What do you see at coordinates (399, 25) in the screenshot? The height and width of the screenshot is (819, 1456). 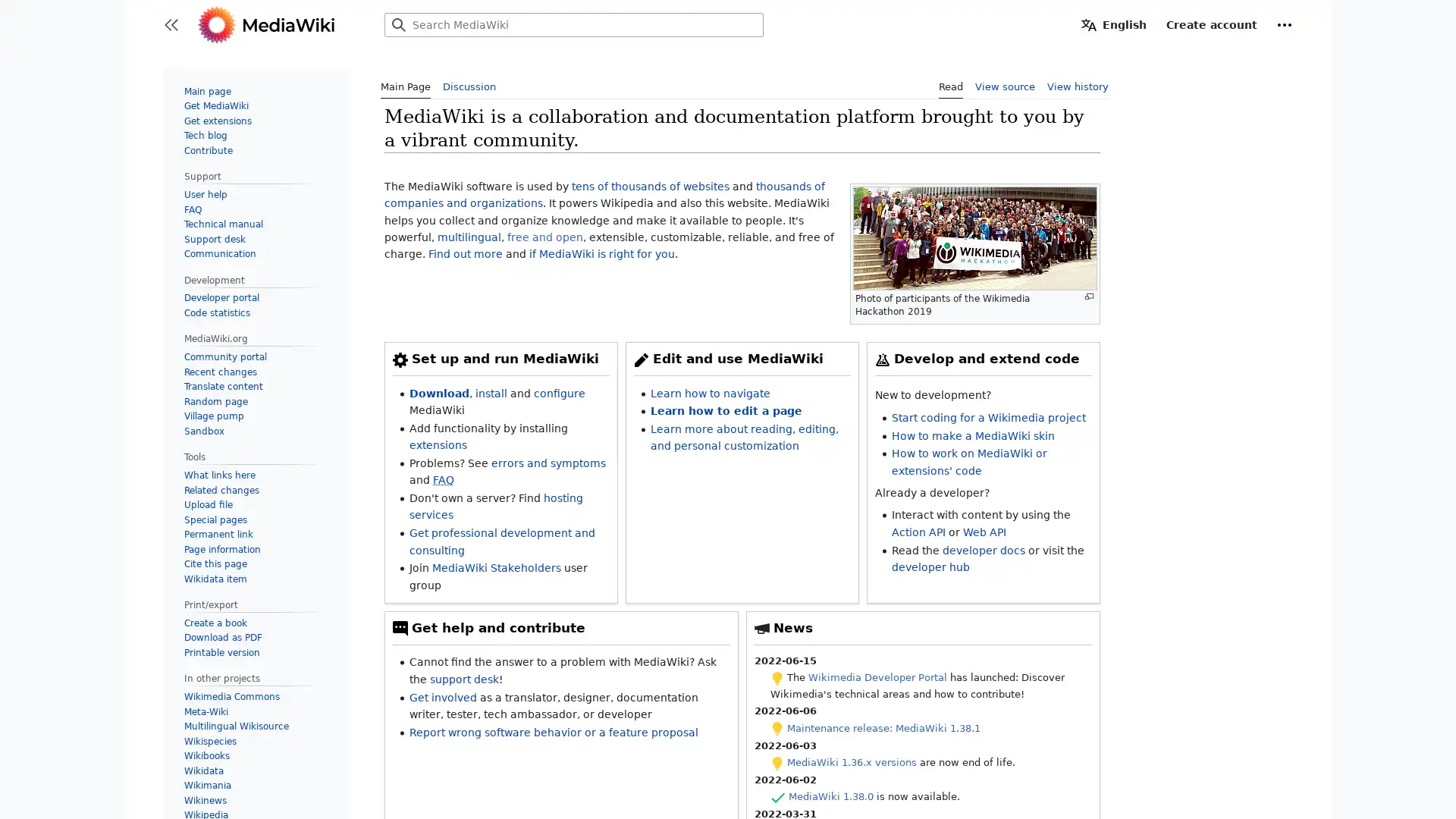 I see `Search` at bounding box center [399, 25].